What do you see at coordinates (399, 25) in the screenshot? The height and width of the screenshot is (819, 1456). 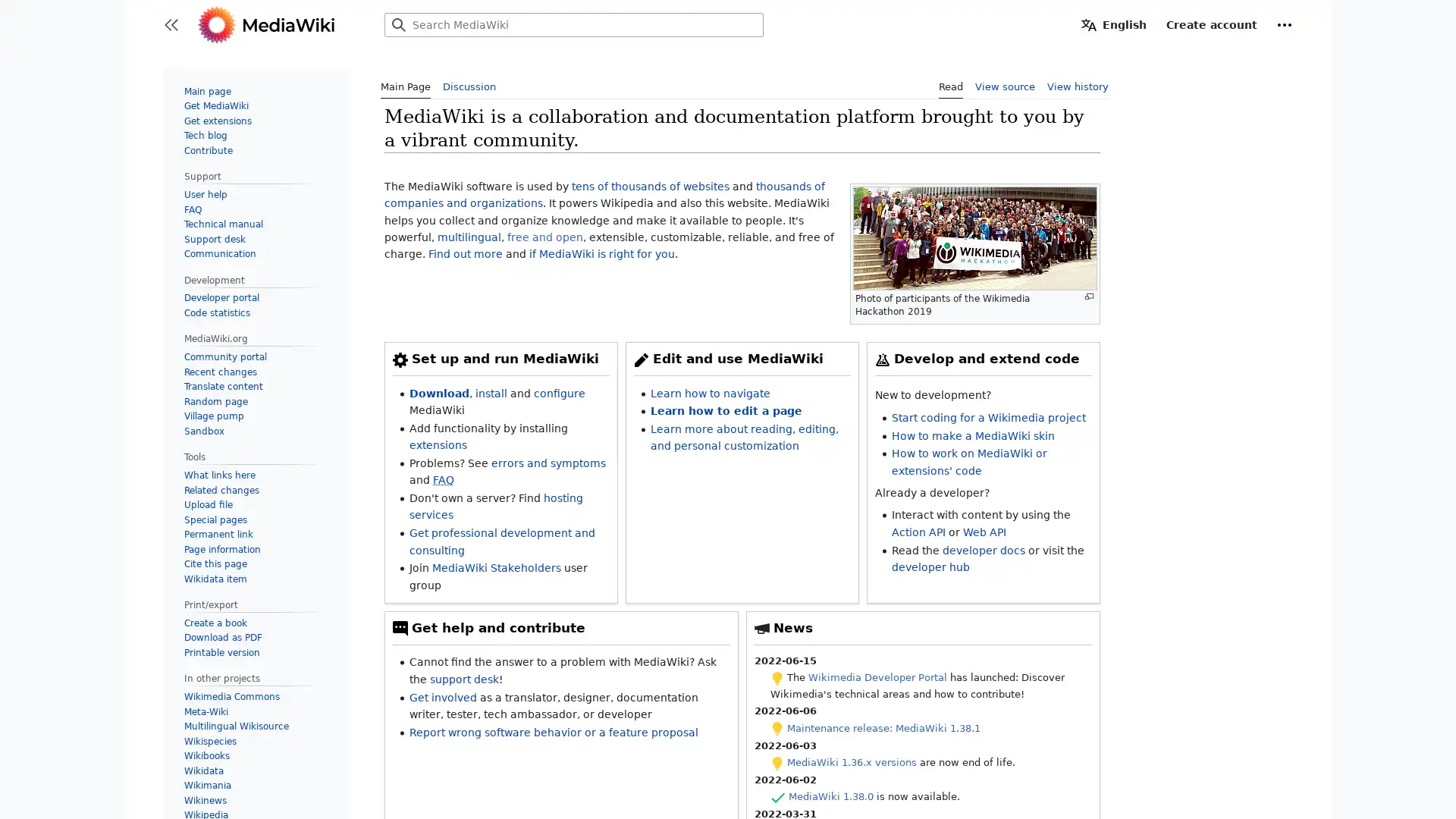 I see `Search` at bounding box center [399, 25].